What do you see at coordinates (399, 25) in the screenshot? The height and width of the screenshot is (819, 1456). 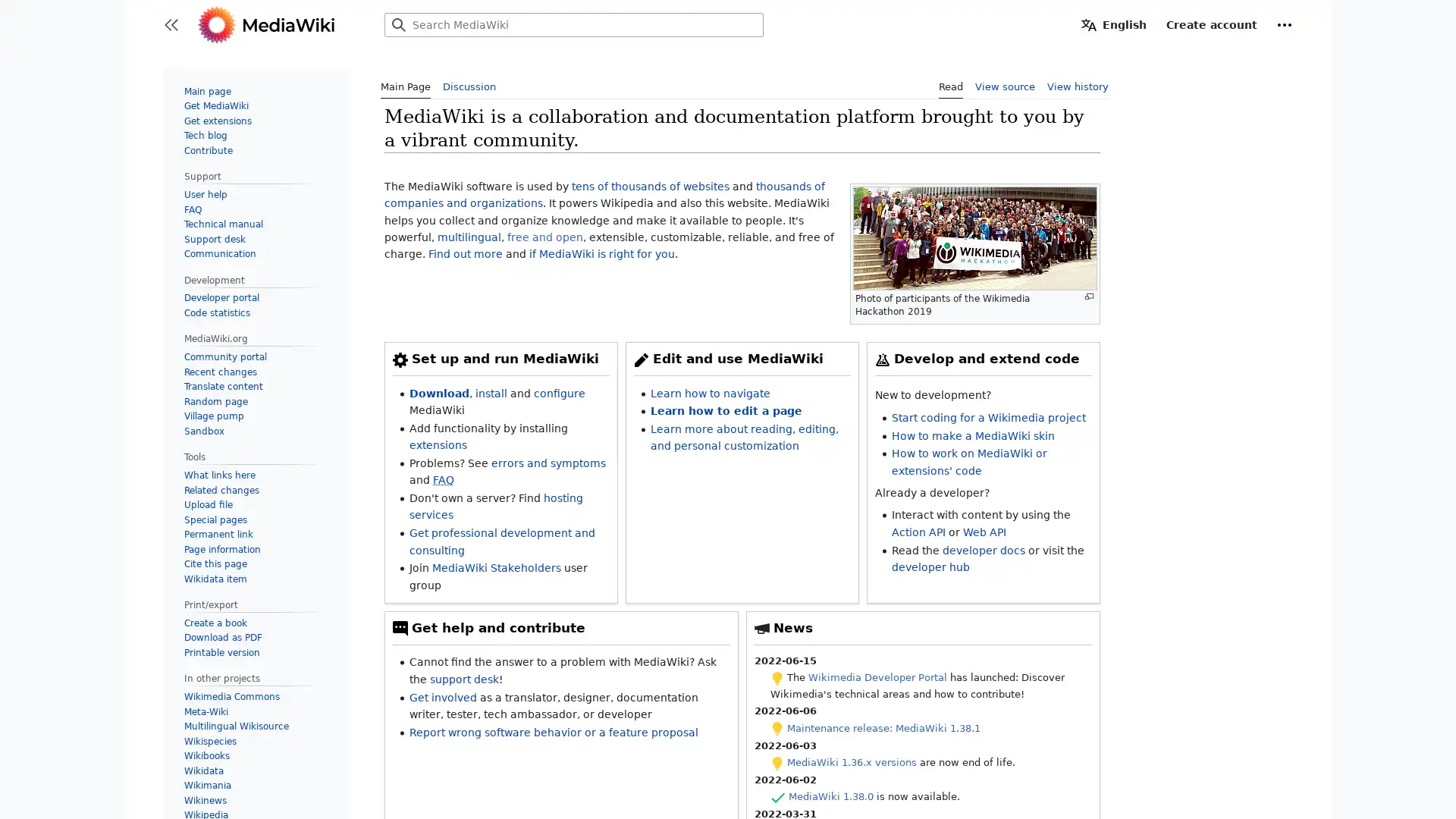 I see `Search` at bounding box center [399, 25].